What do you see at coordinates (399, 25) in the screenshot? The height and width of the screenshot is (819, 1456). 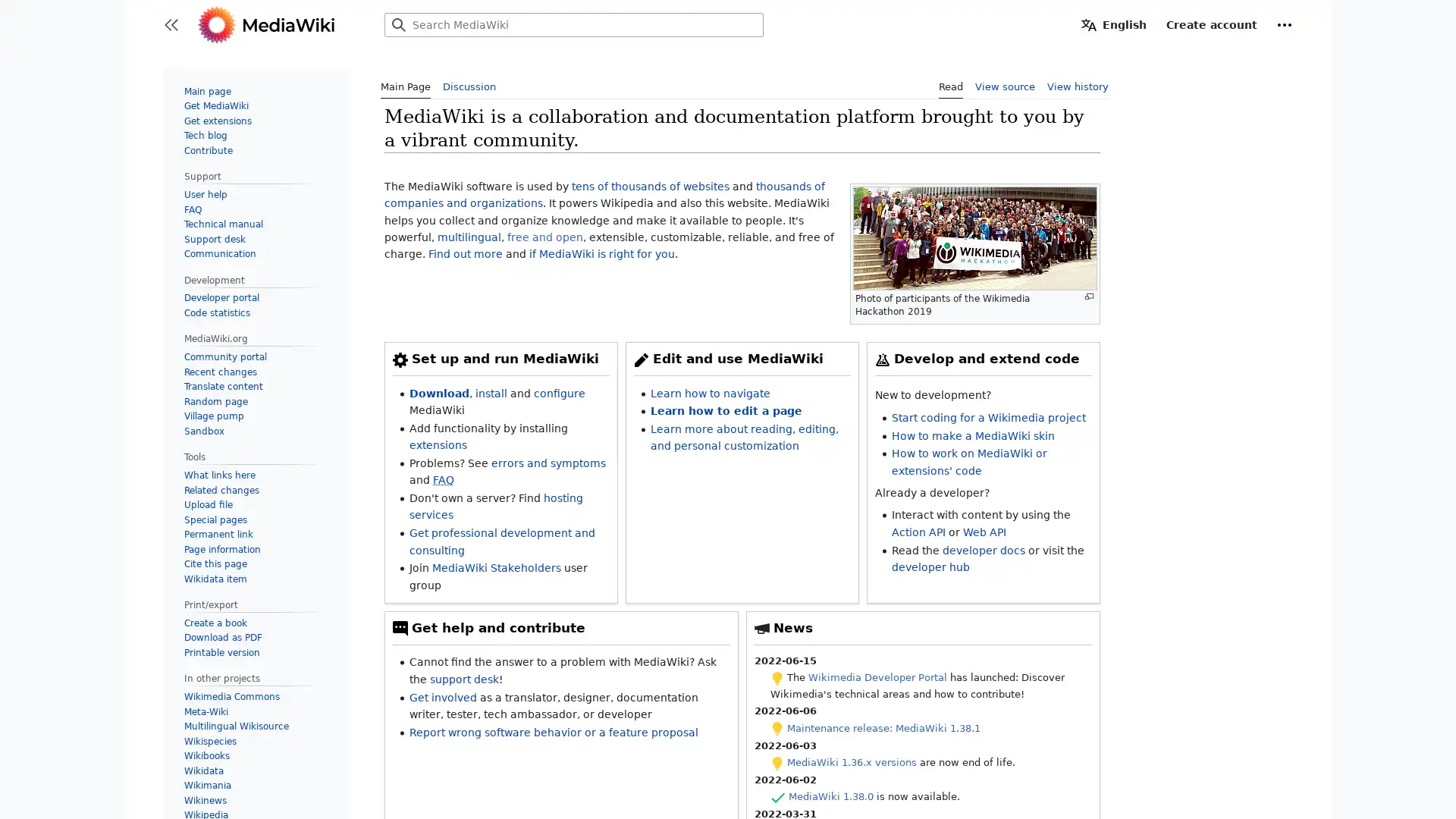 I see `Search` at bounding box center [399, 25].